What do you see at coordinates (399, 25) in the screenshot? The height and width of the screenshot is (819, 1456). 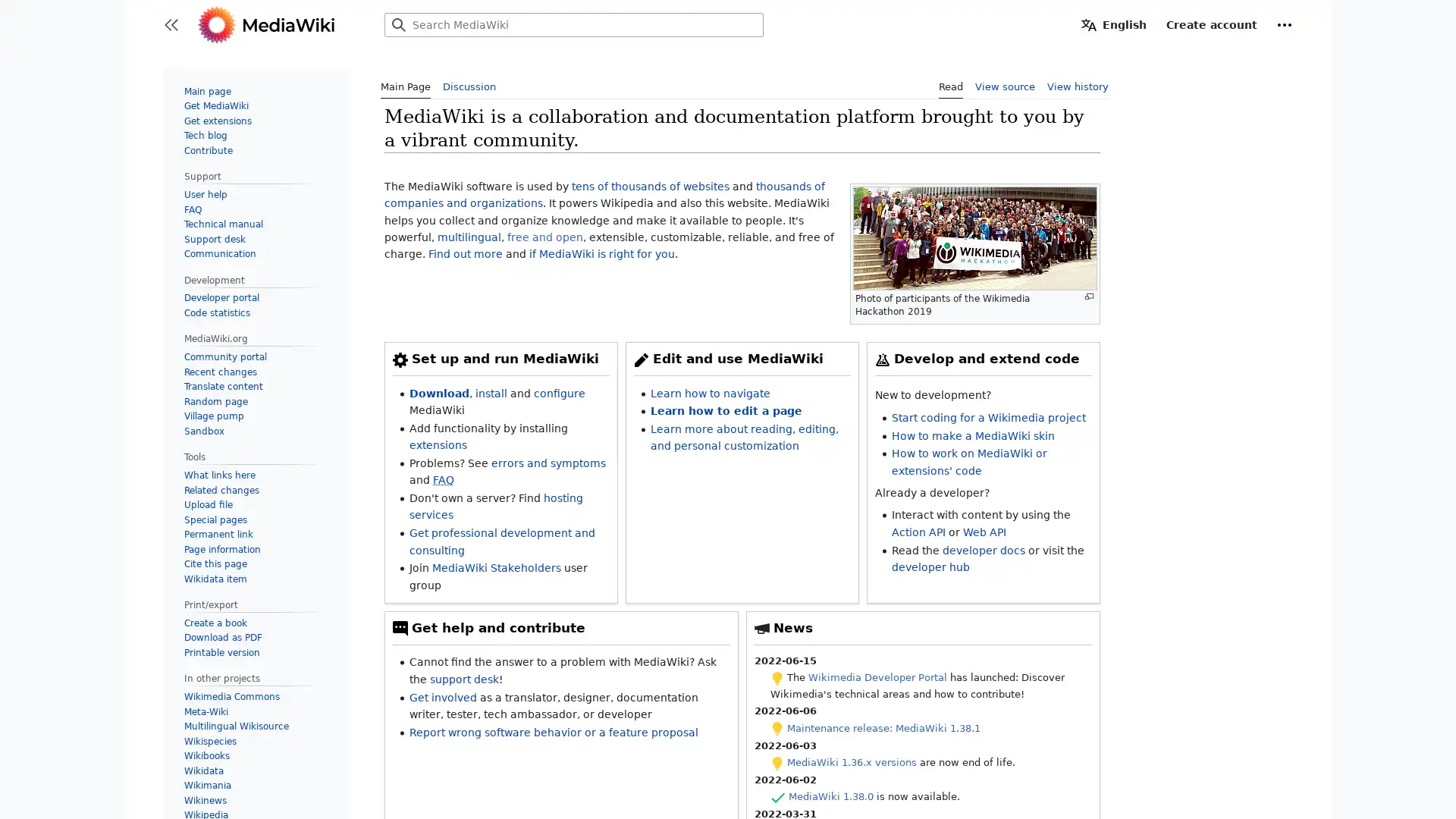 I see `Search` at bounding box center [399, 25].